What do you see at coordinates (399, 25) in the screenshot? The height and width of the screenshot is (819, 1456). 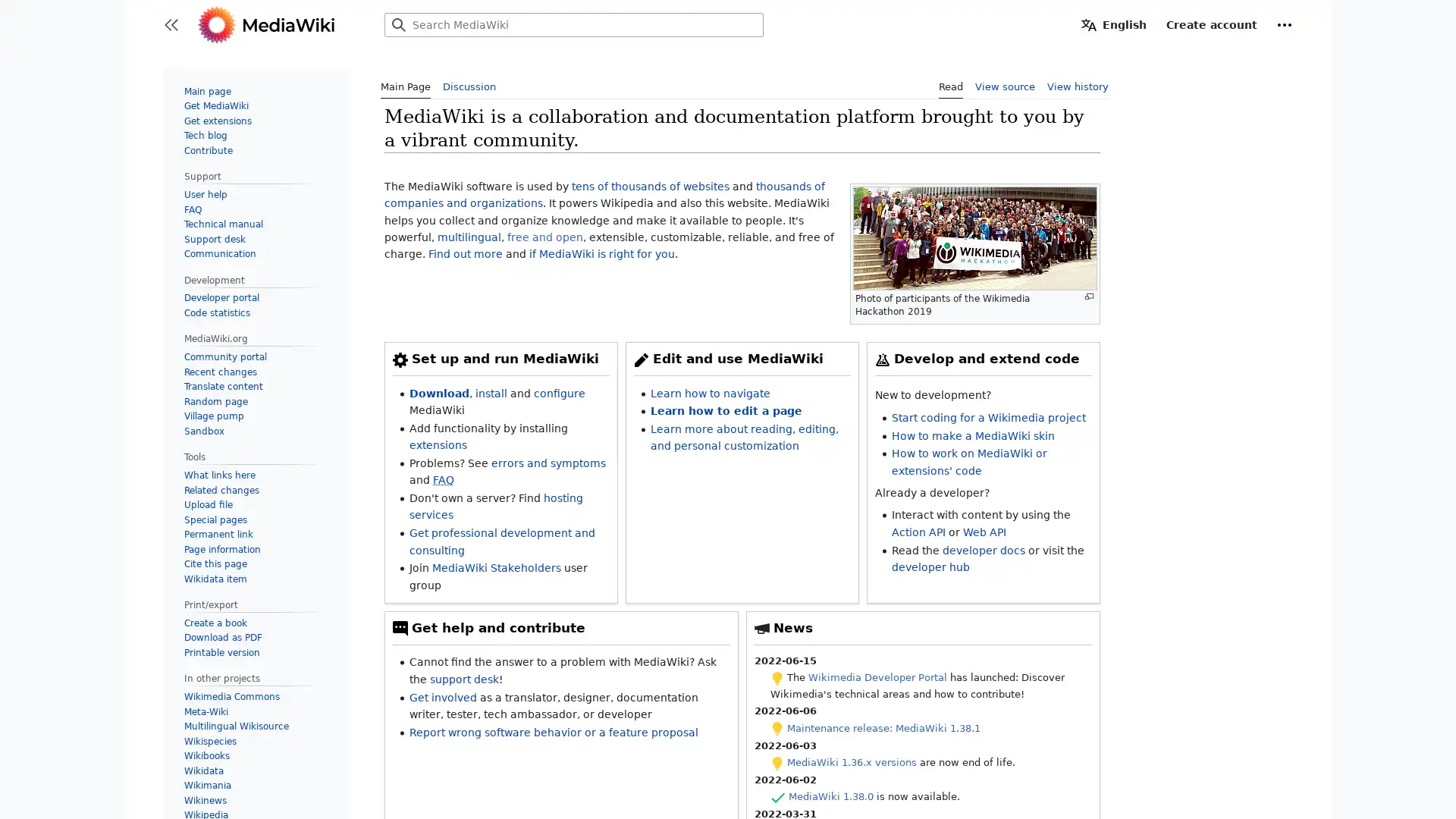 I see `Search` at bounding box center [399, 25].